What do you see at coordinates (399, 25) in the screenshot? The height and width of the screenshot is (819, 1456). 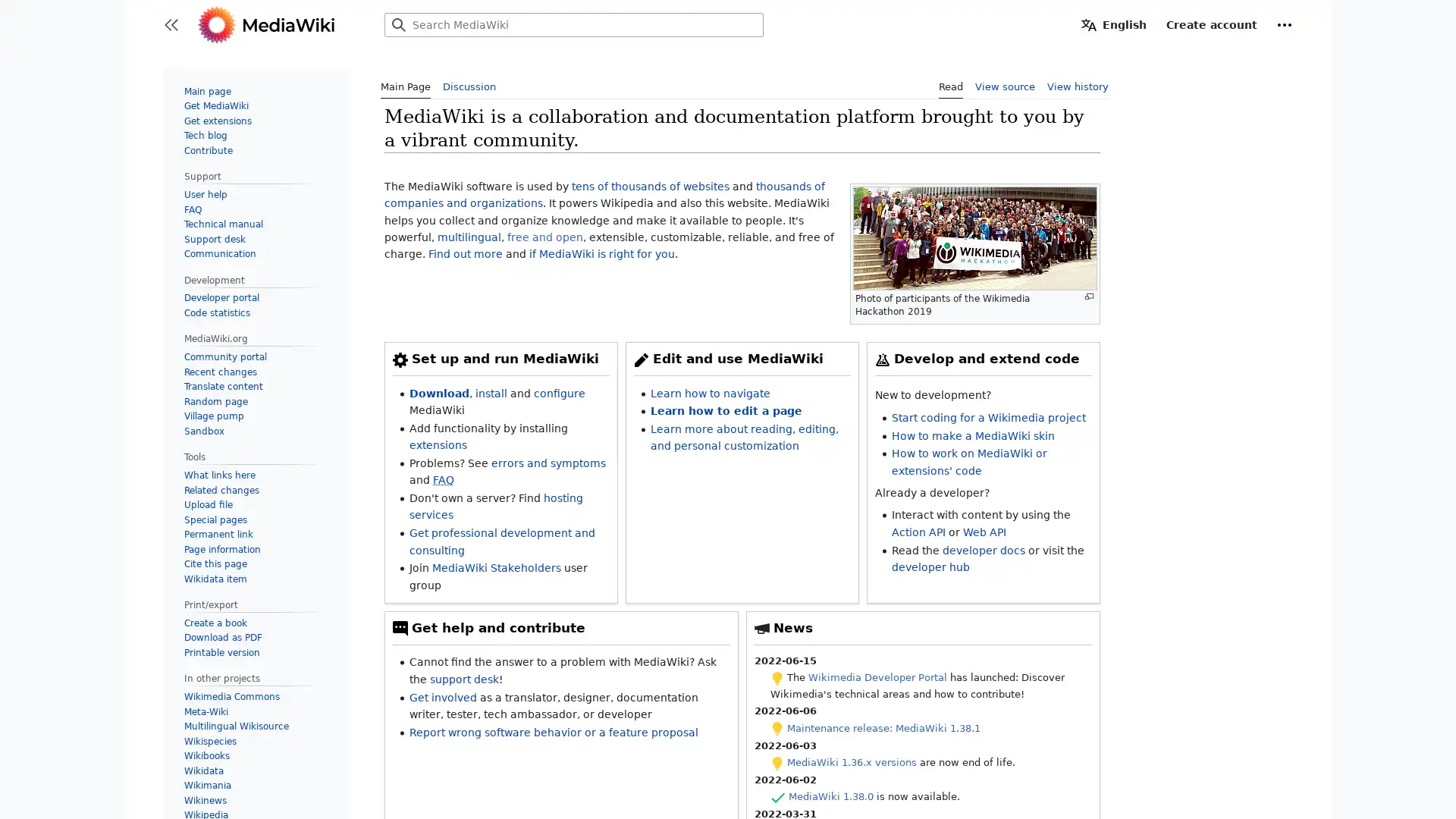 I see `Search` at bounding box center [399, 25].